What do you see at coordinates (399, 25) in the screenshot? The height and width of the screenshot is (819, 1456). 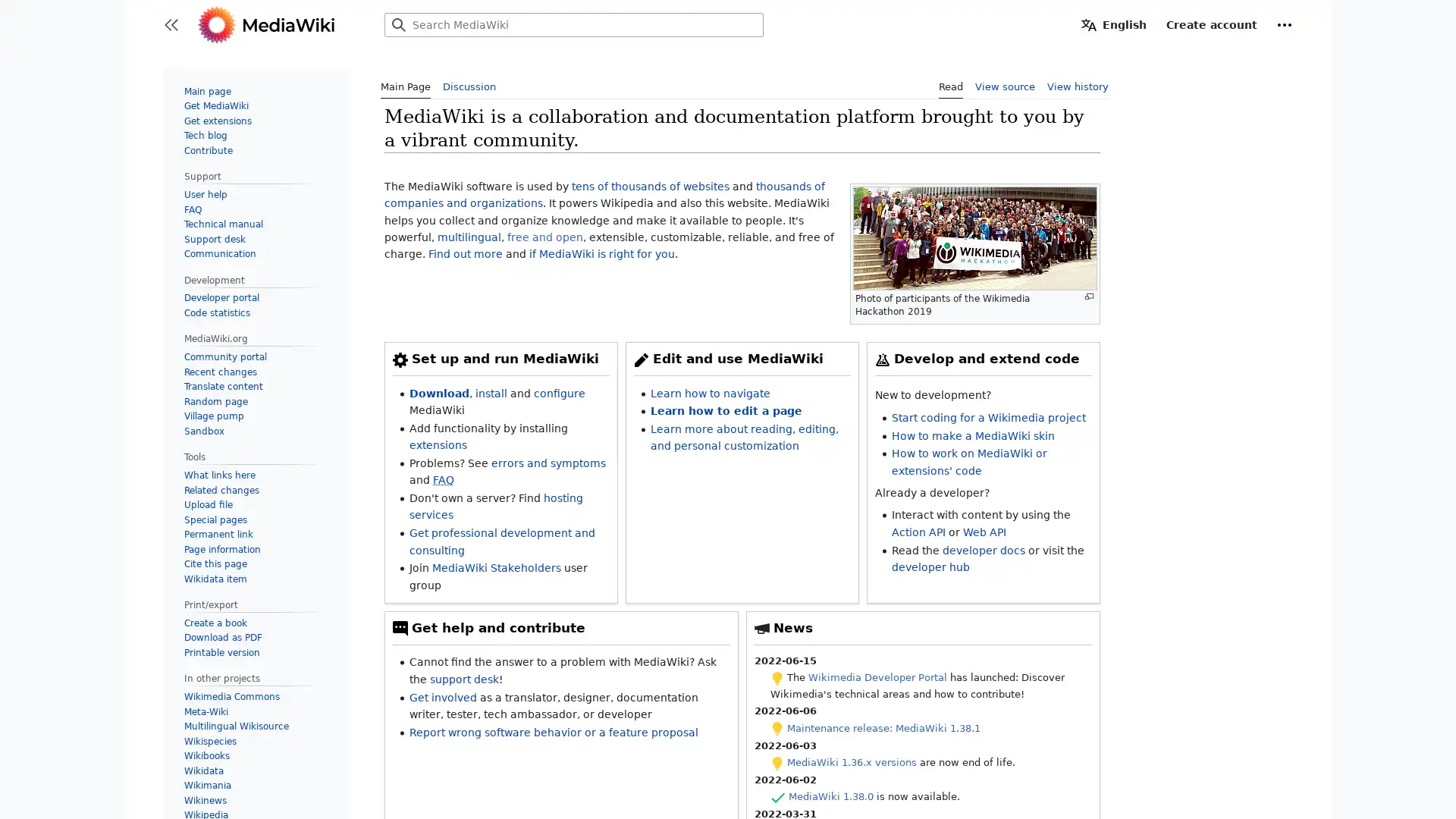 I see `Search` at bounding box center [399, 25].